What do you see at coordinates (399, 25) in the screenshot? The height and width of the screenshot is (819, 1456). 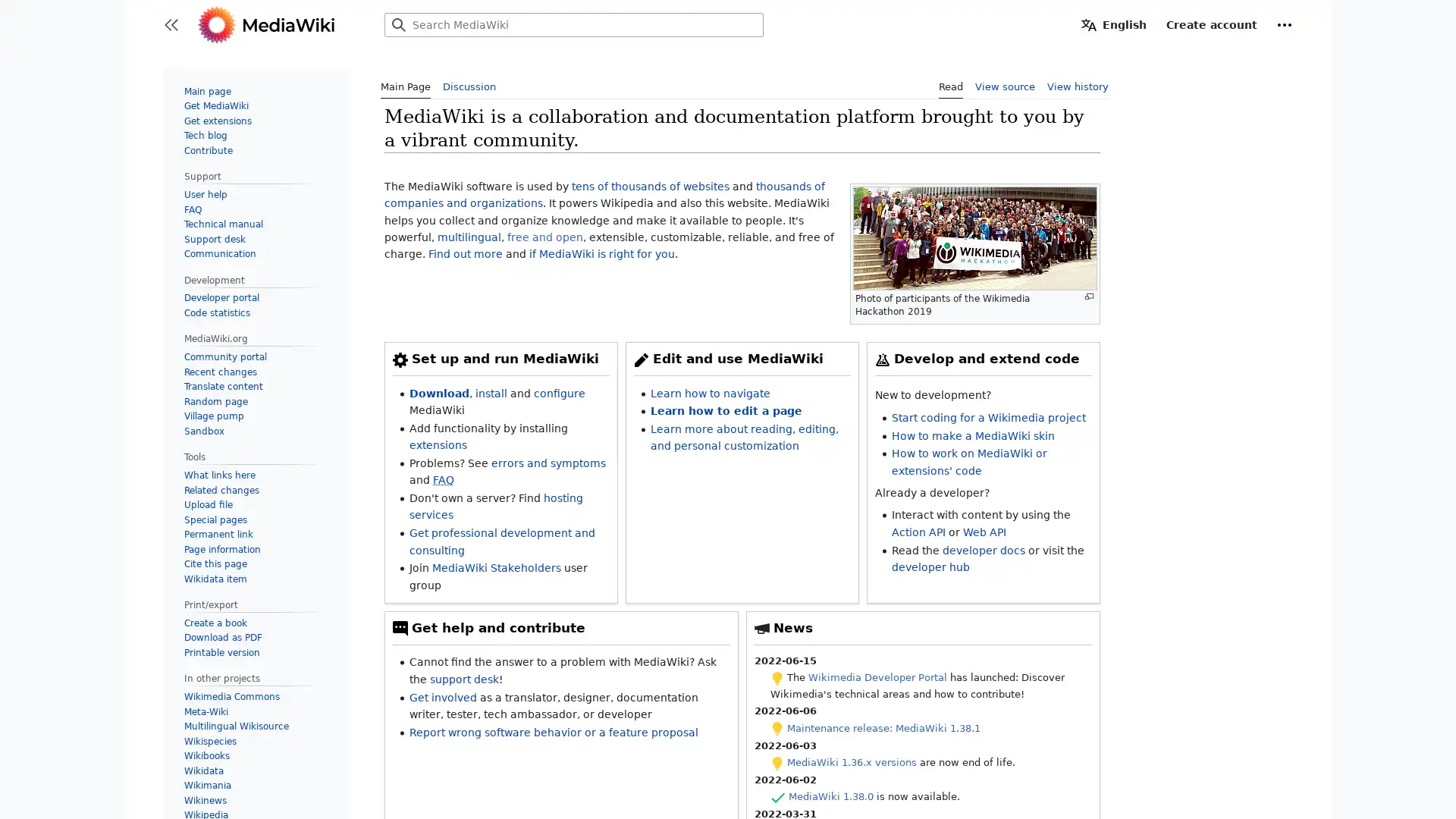 I see `Search` at bounding box center [399, 25].